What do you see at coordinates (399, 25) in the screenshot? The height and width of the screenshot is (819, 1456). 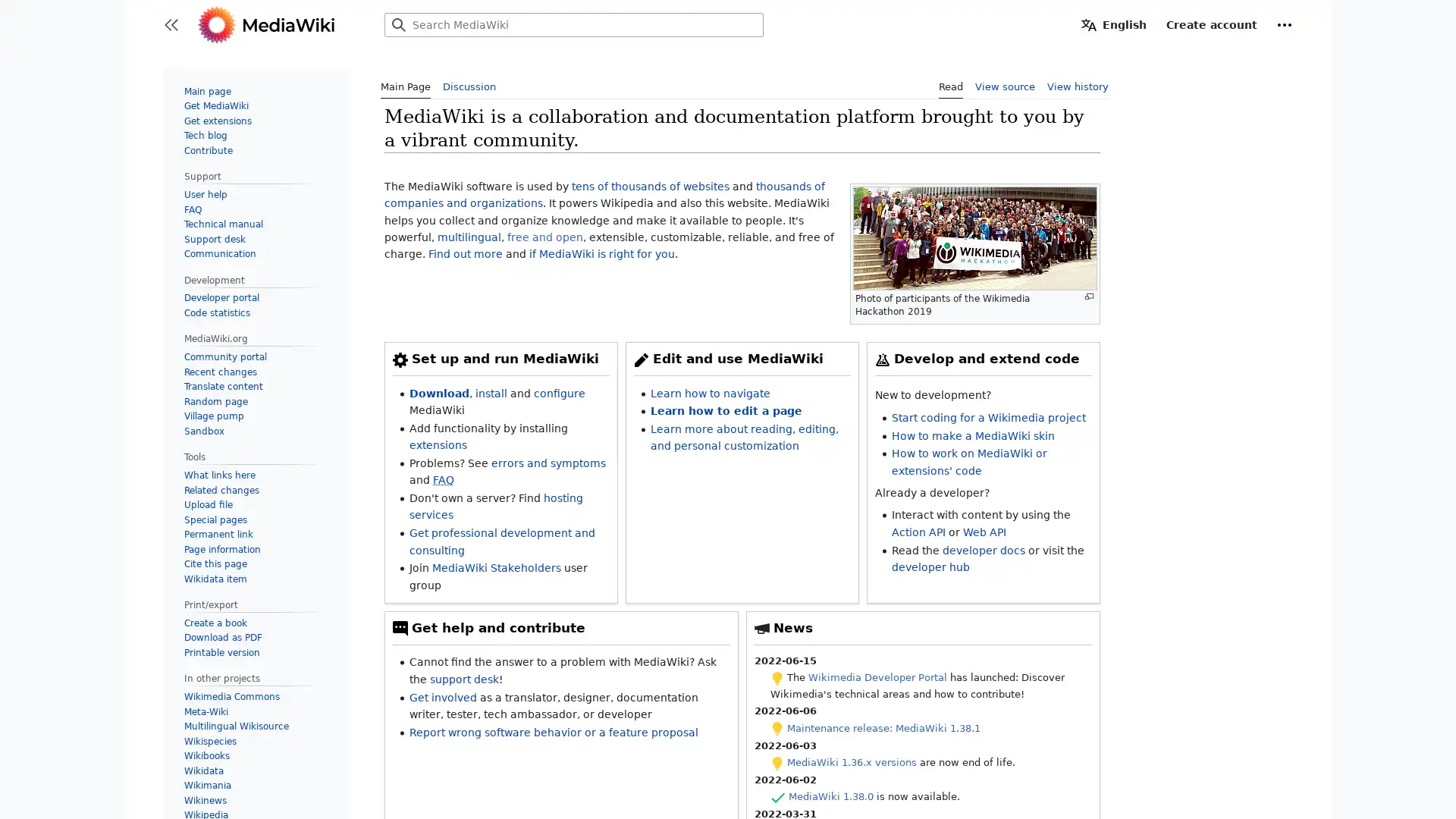 I see `Search` at bounding box center [399, 25].